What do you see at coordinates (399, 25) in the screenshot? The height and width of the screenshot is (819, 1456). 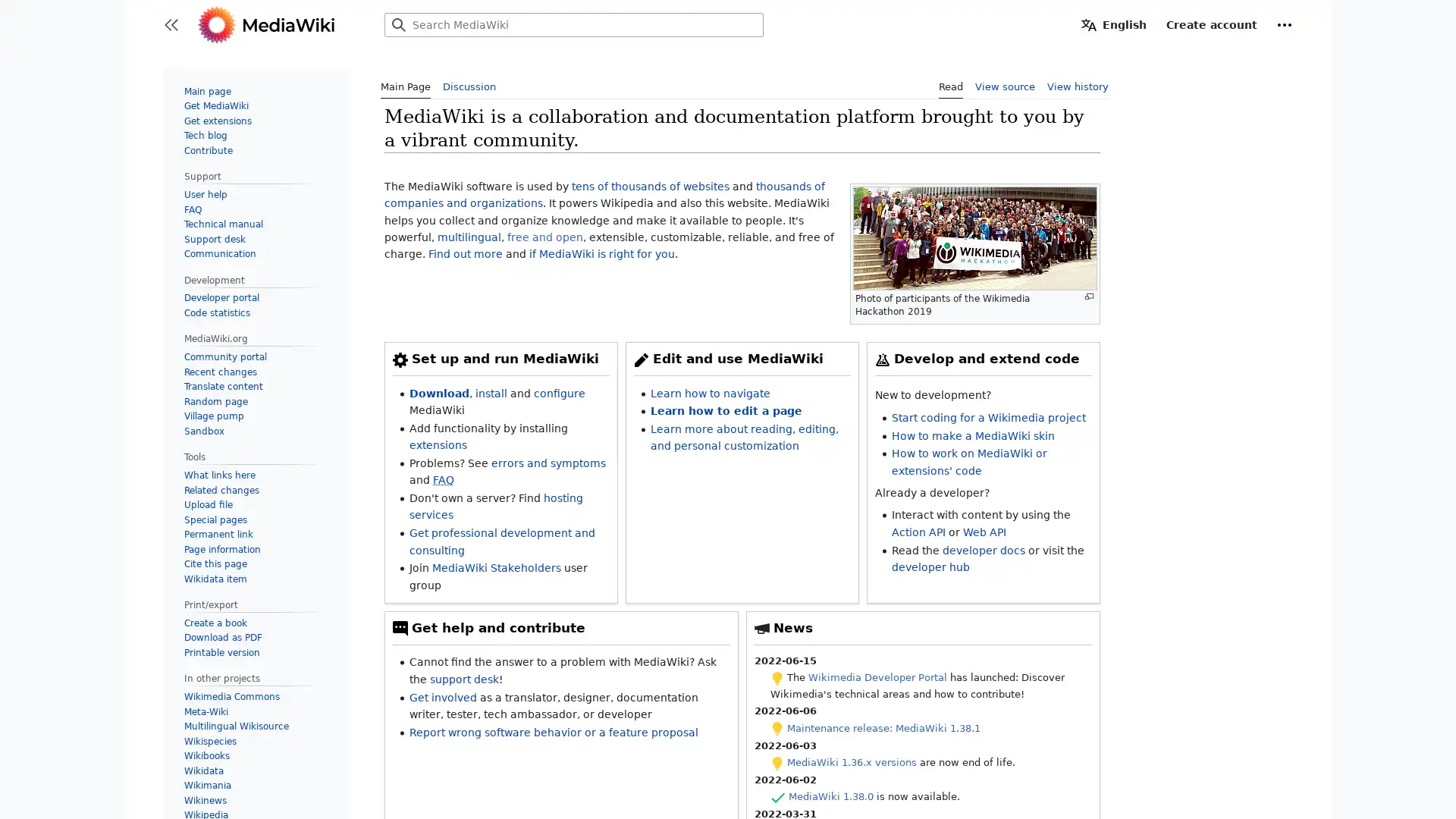 I see `Search` at bounding box center [399, 25].